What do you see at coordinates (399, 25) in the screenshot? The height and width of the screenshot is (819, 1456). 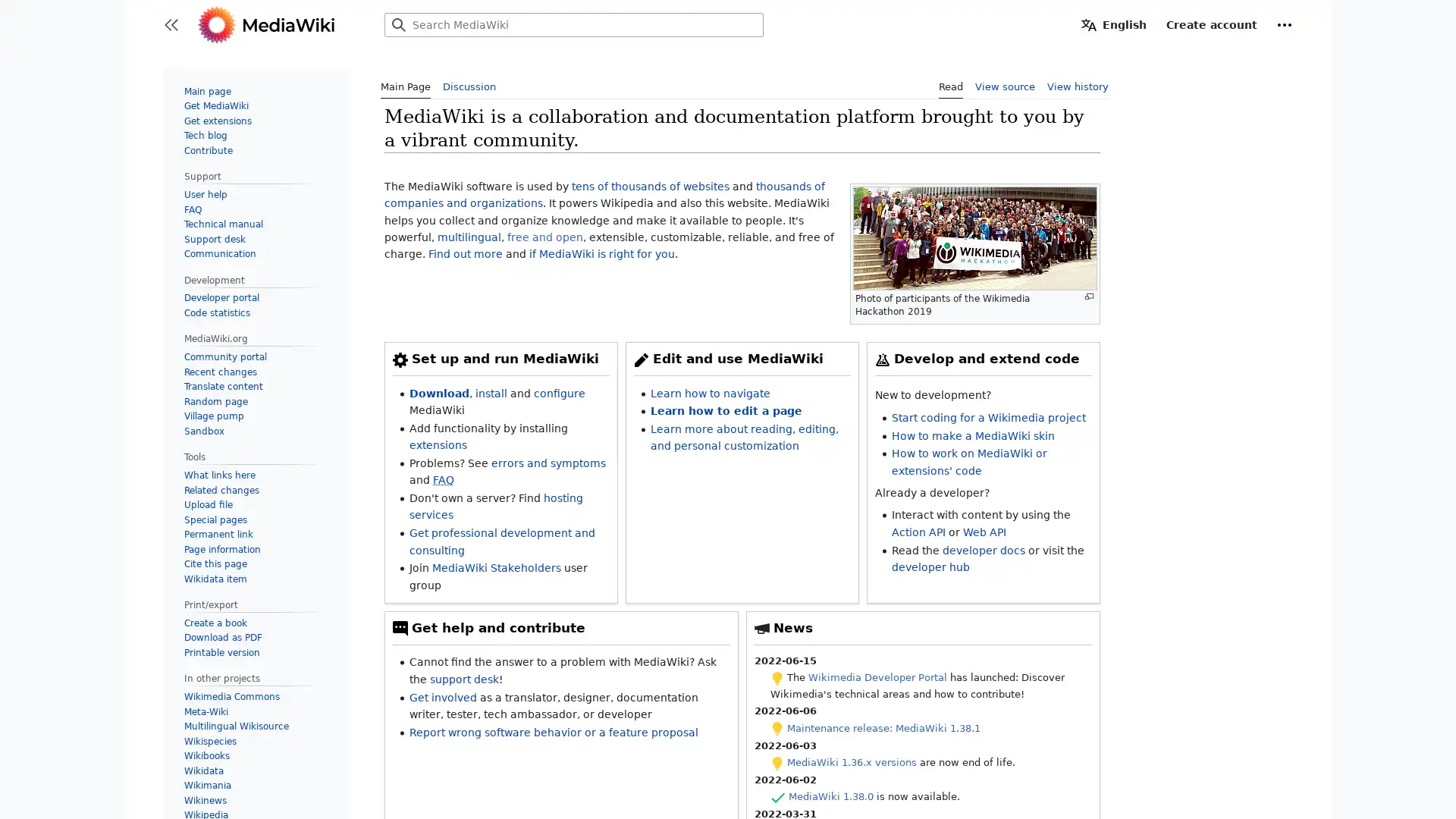 I see `Search` at bounding box center [399, 25].